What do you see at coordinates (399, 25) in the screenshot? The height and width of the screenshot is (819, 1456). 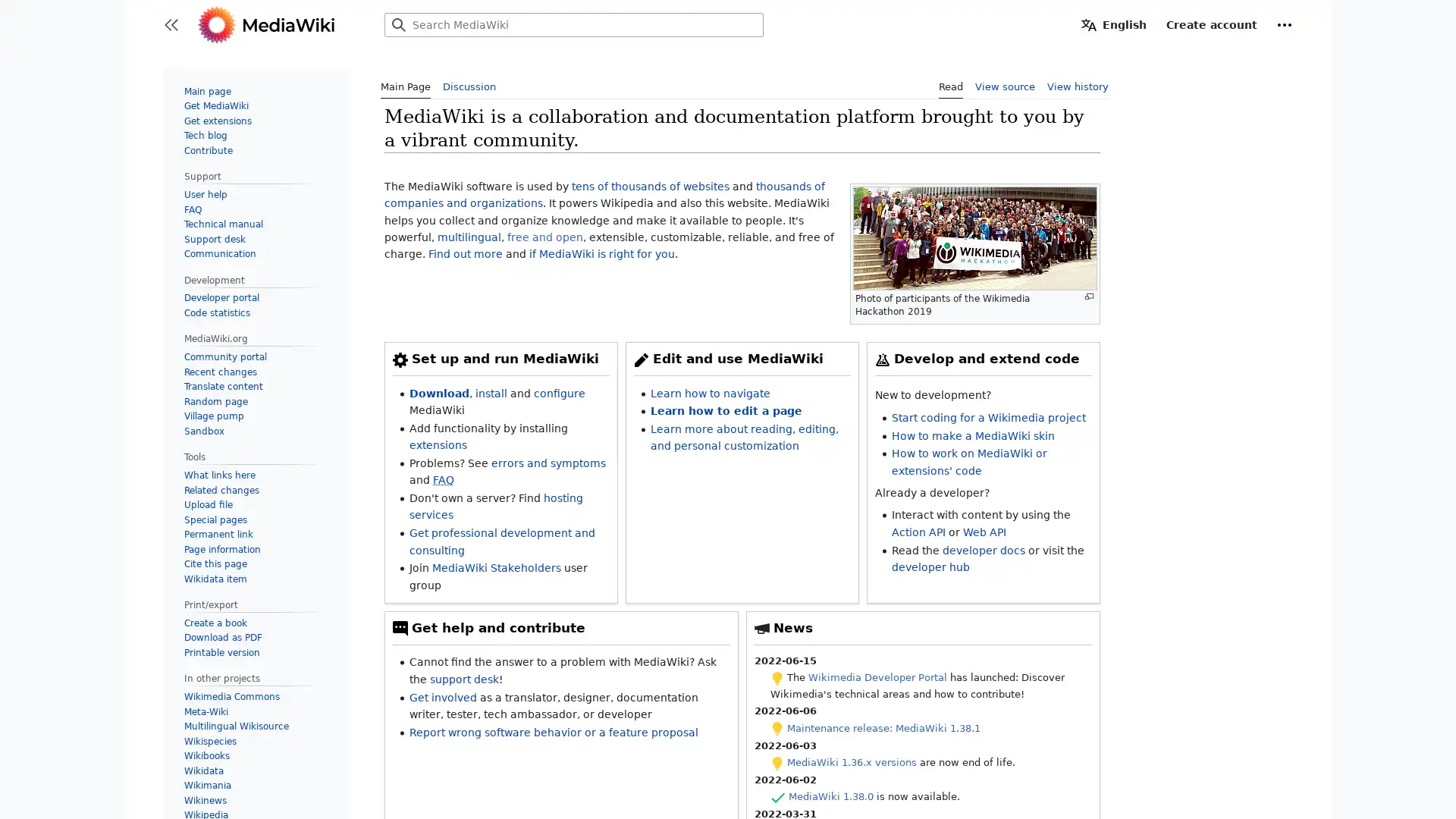 I see `Search` at bounding box center [399, 25].